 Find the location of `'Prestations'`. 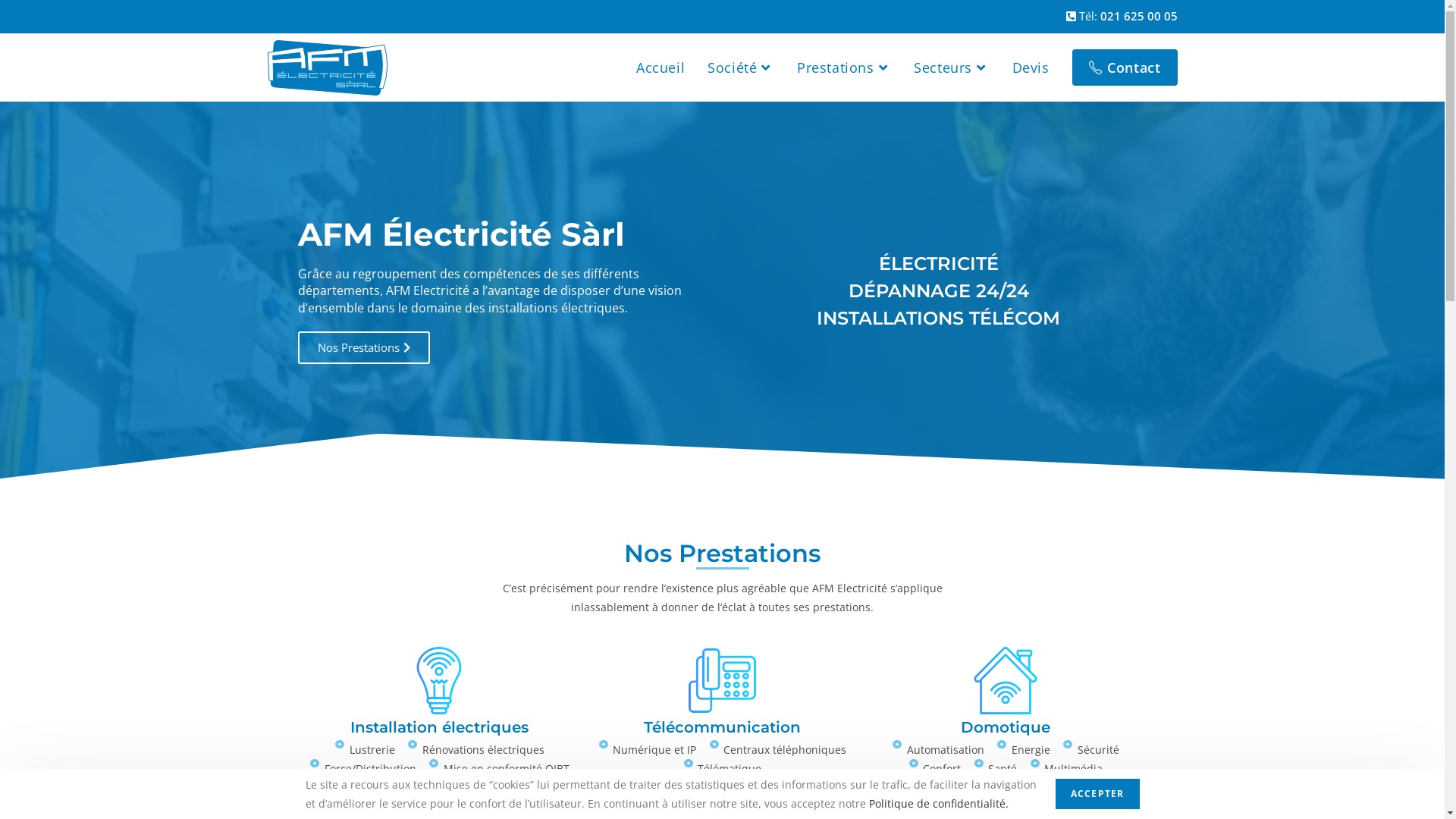

'Prestations' is located at coordinates (843, 66).